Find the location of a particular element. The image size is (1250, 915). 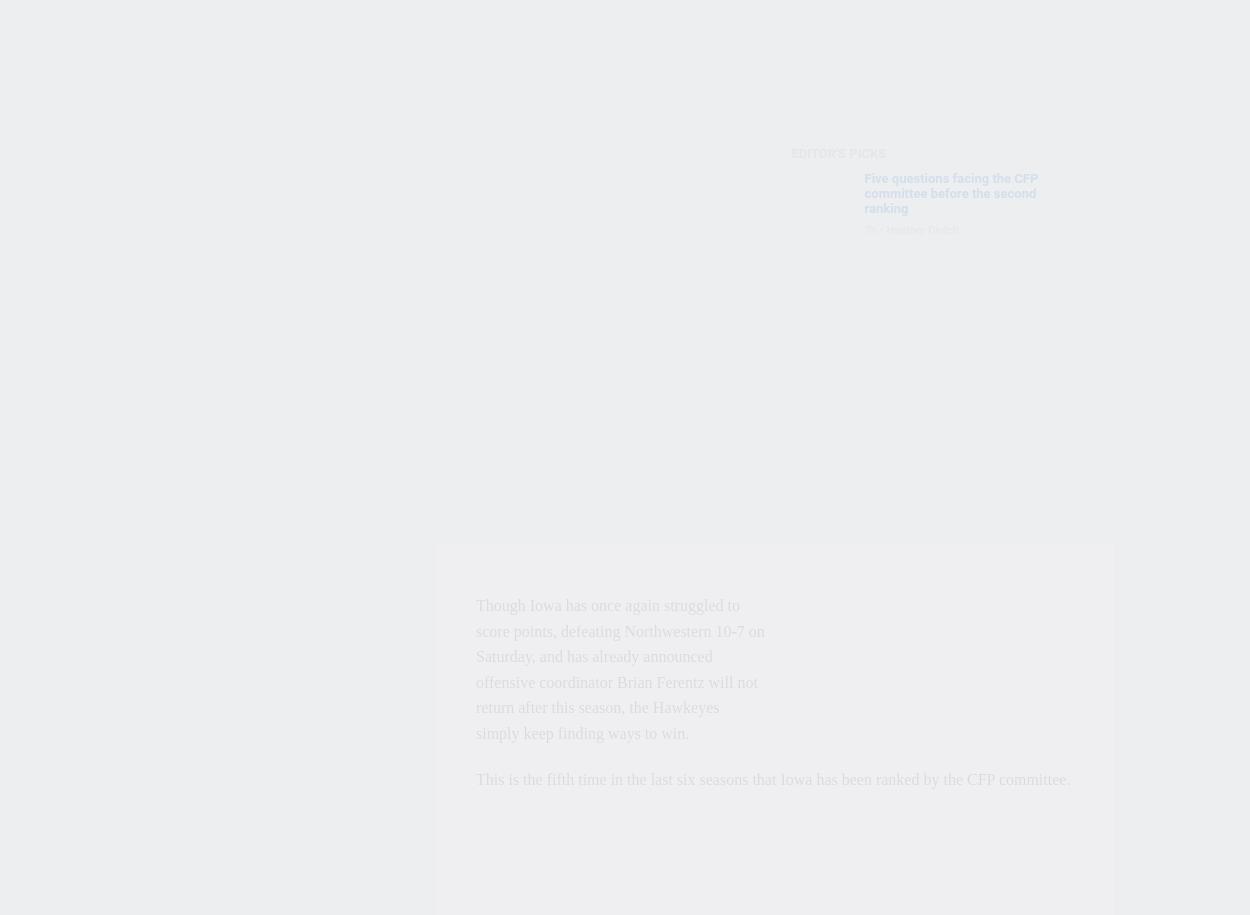

'Editor's Picks' is located at coordinates (837, 152).